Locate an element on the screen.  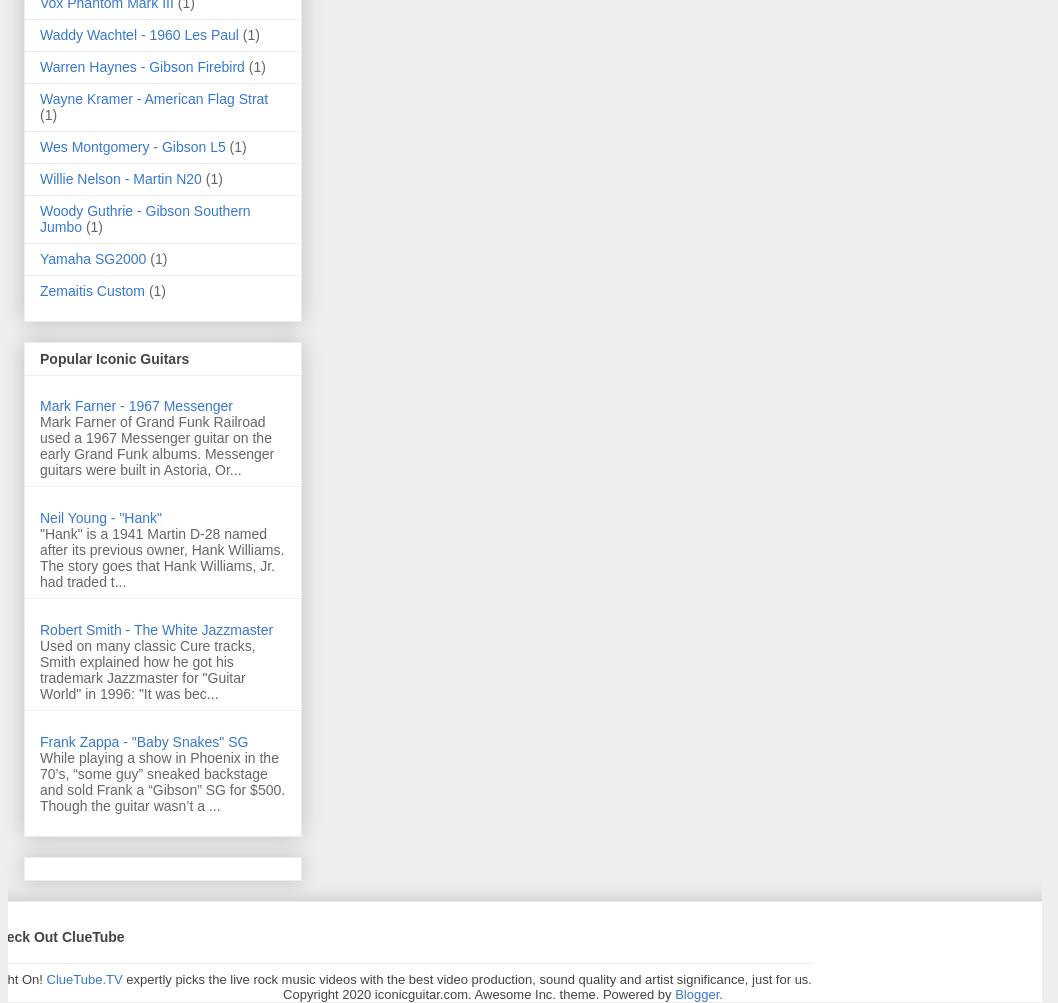
'Warren Haynes - Gibson Firebird' is located at coordinates (39, 65).